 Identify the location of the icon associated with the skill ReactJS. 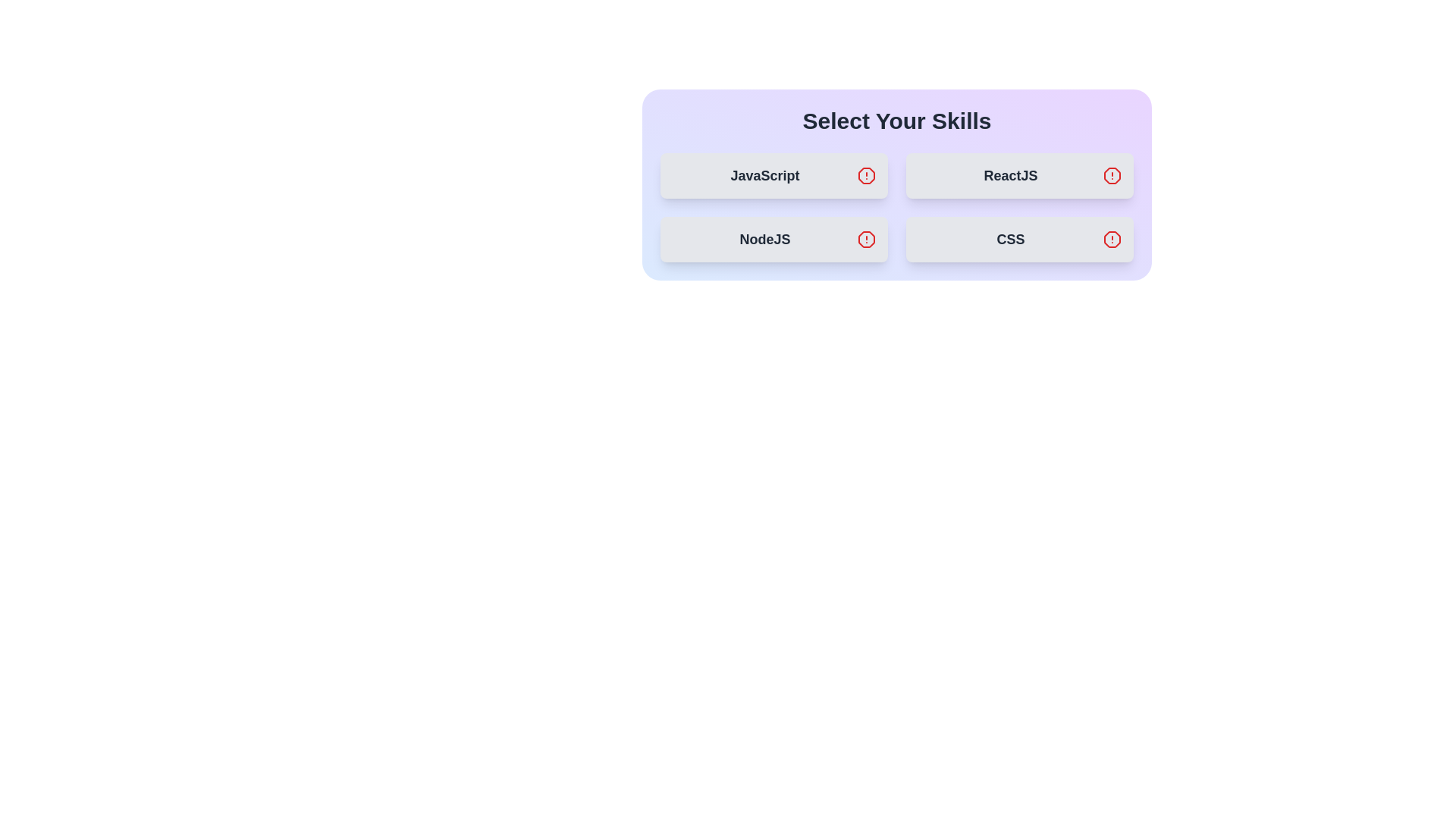
(1112, 174).